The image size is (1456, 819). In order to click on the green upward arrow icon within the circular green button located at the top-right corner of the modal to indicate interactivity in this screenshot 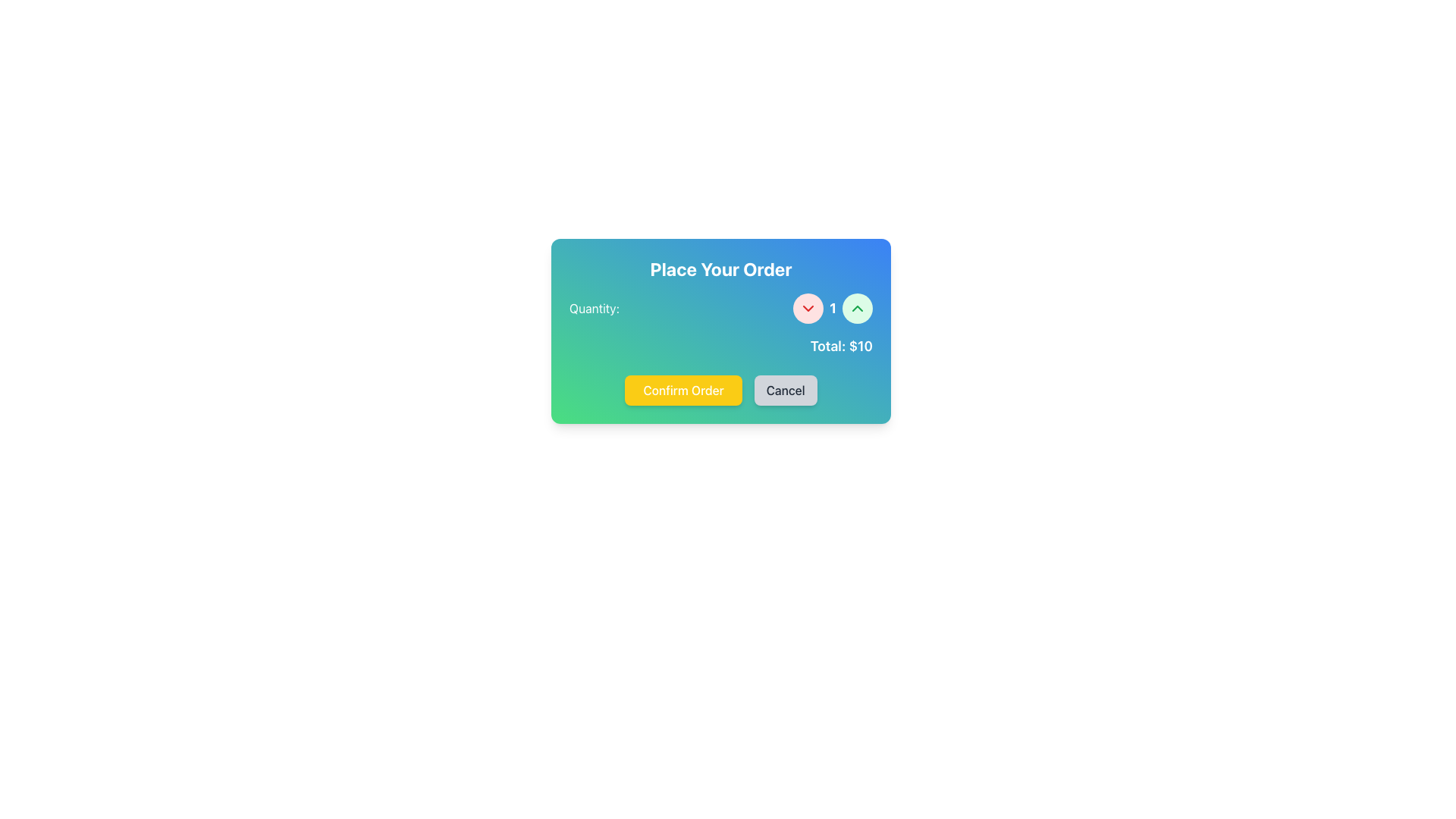, I will do `click(858, 308)`.